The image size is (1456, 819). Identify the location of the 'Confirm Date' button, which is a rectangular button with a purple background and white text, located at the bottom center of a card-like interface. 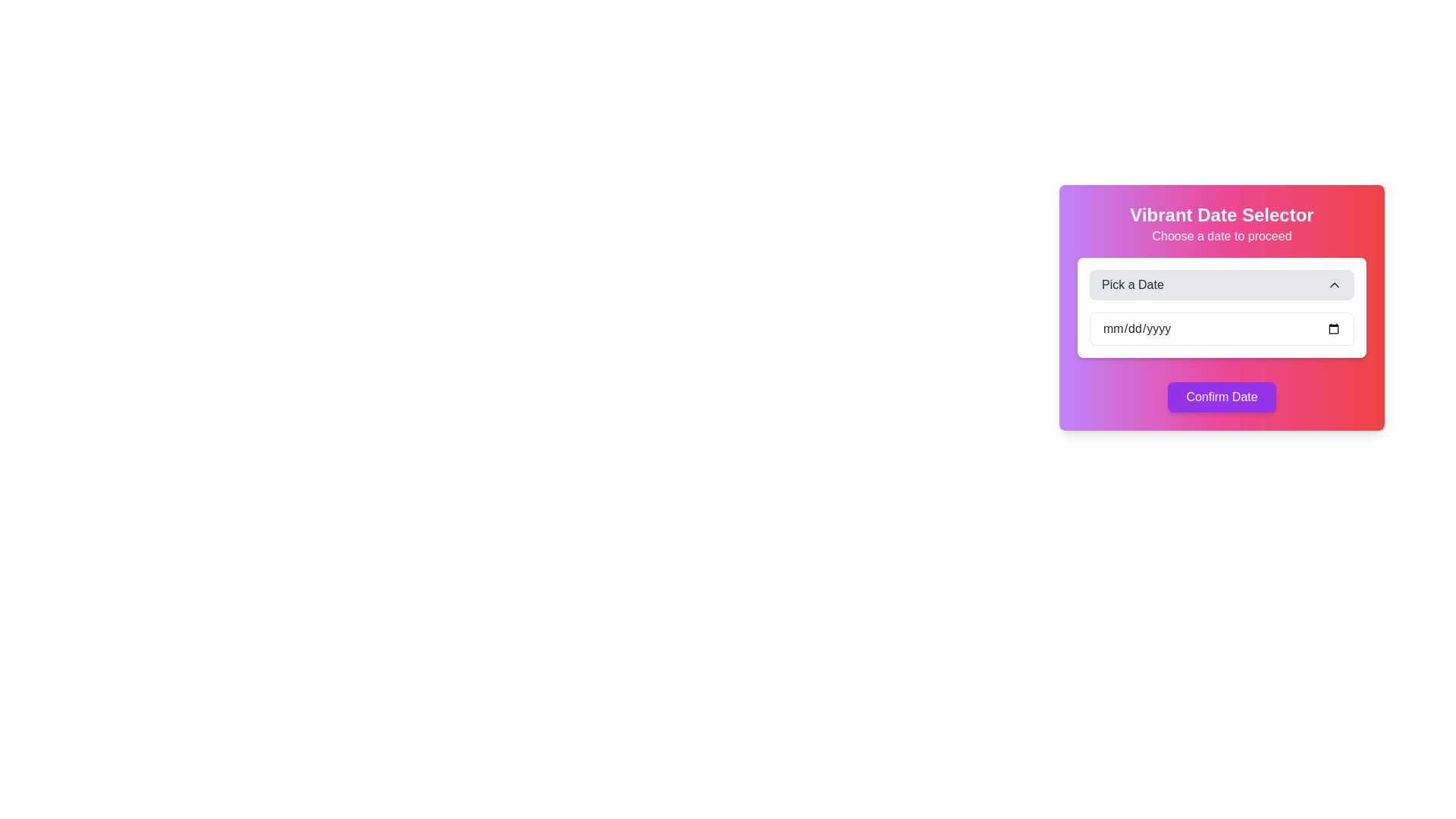
(1222, 397).